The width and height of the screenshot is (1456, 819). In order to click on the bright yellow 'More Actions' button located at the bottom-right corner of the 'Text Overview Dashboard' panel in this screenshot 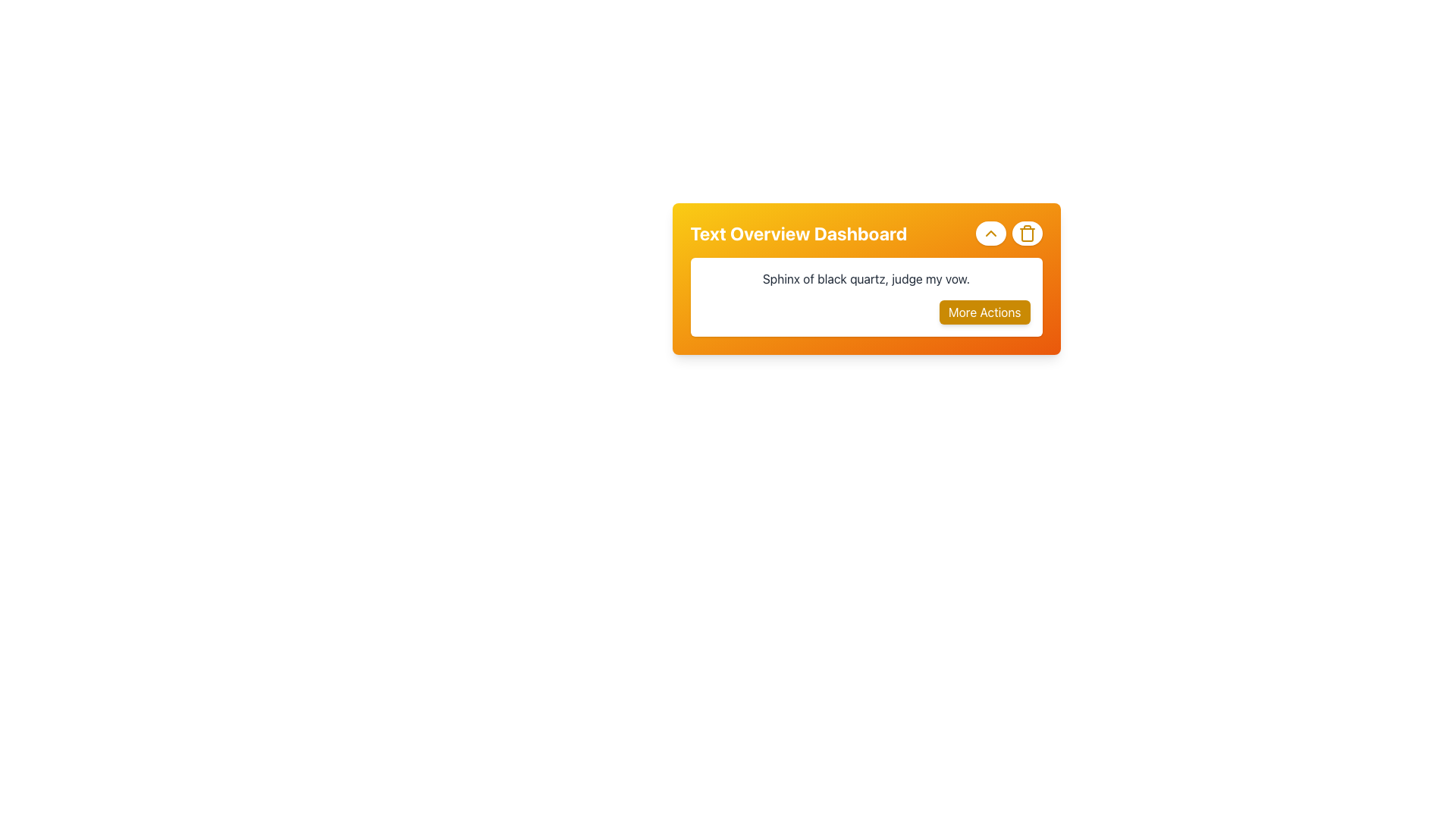, I will do `click(984, 312)`.